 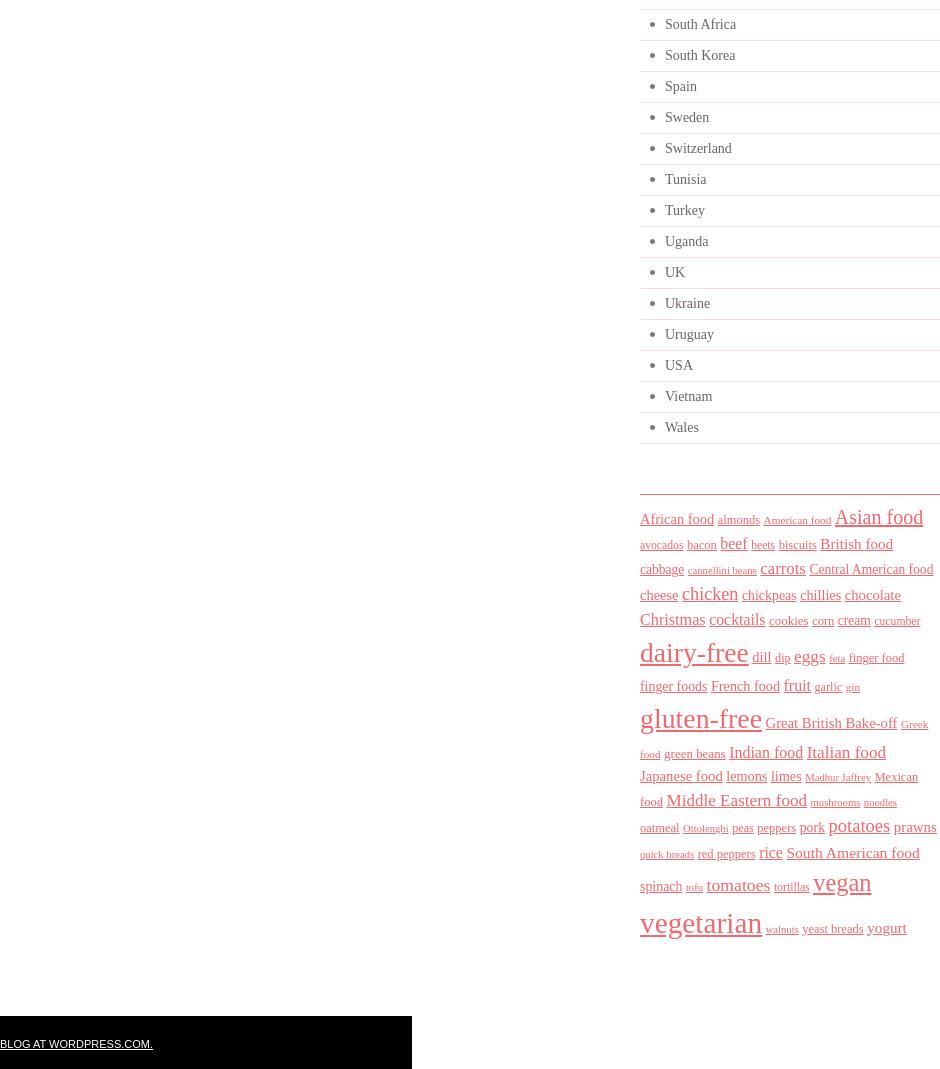 What do you see at coordinates (827, 826) in the screenshot?
I see `'potatoes'` at bounding box center [827, 826].